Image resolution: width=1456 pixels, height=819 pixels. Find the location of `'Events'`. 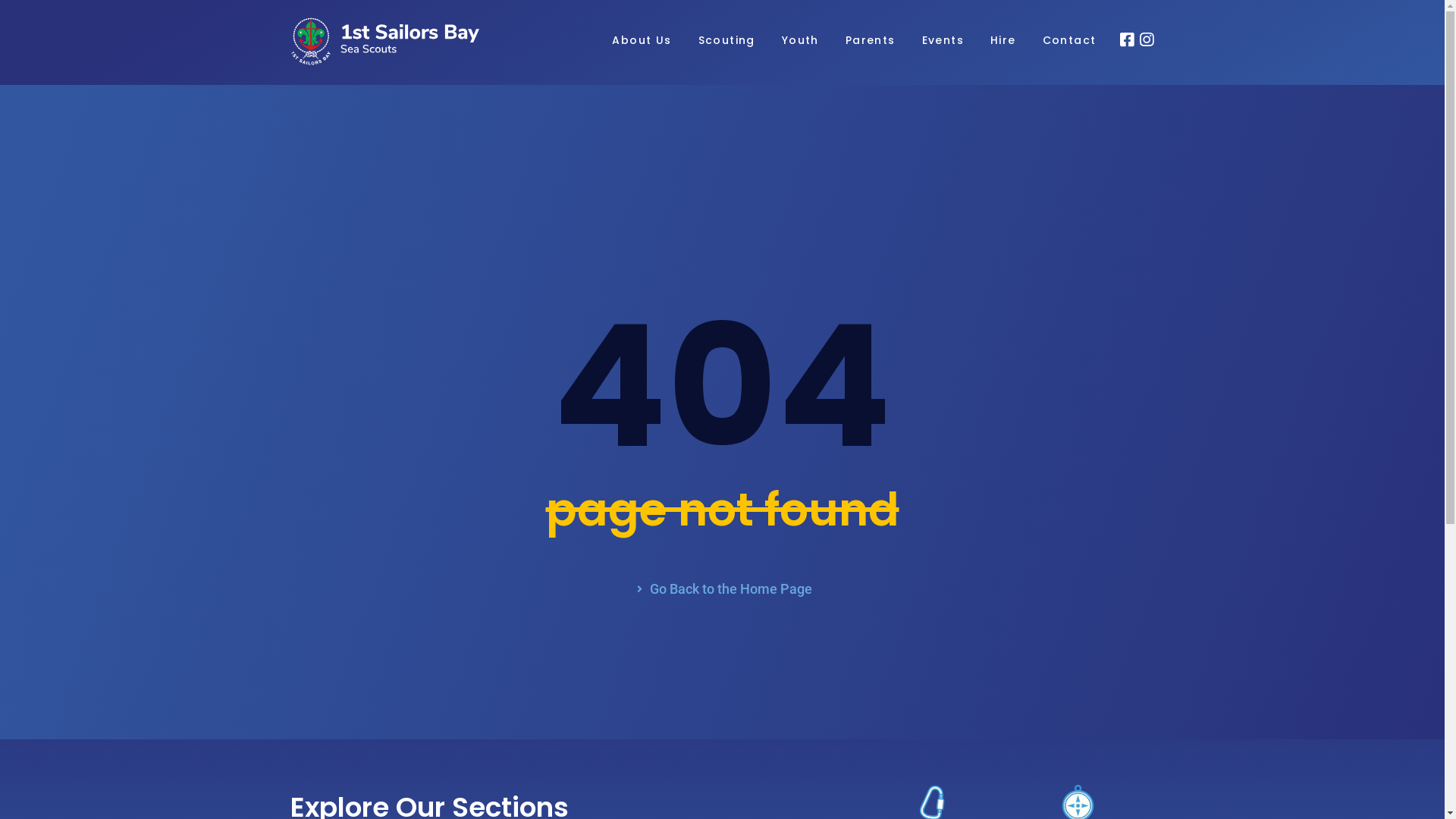

'Events' is located at coordinates (921, 40).